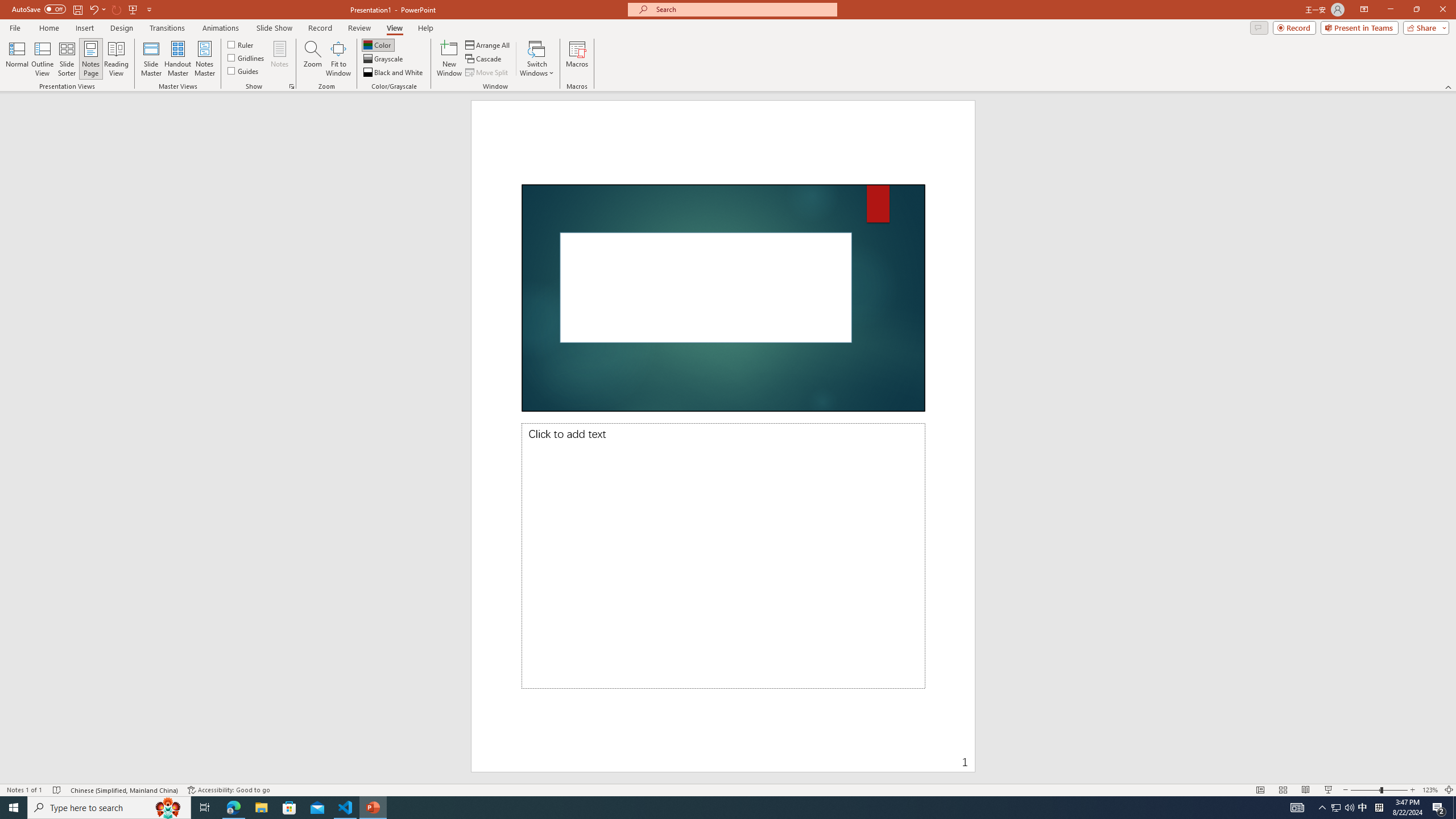 Image resolution: width=1456 pixels, height=819 pixels. What do you see at coordinates (243, 69) in the screenshot?
I see `'Guides'` at bounding box center [243, 69].